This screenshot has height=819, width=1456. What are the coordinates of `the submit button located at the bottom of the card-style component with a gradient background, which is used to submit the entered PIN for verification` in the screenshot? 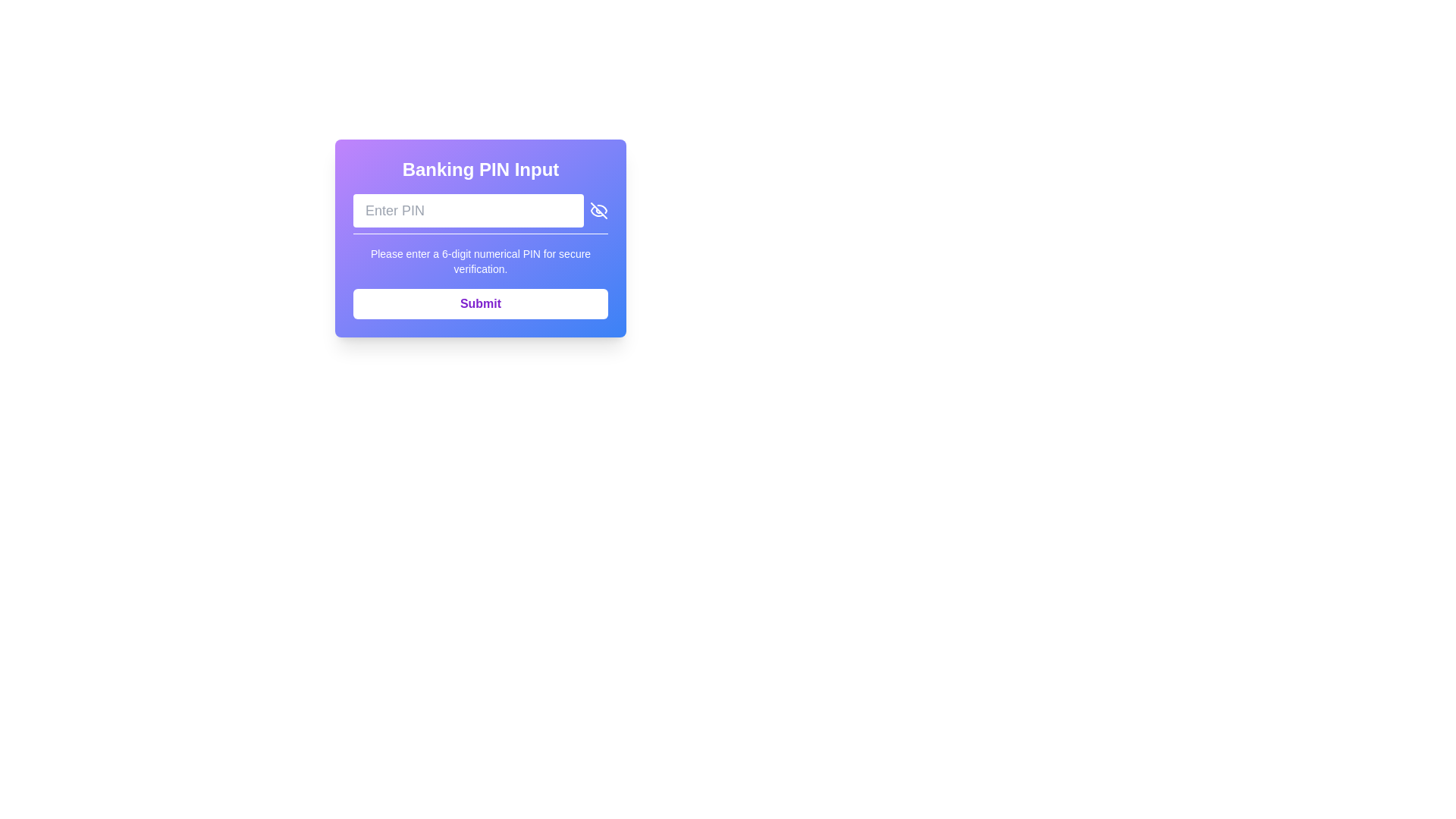 It's located at (479, 304).